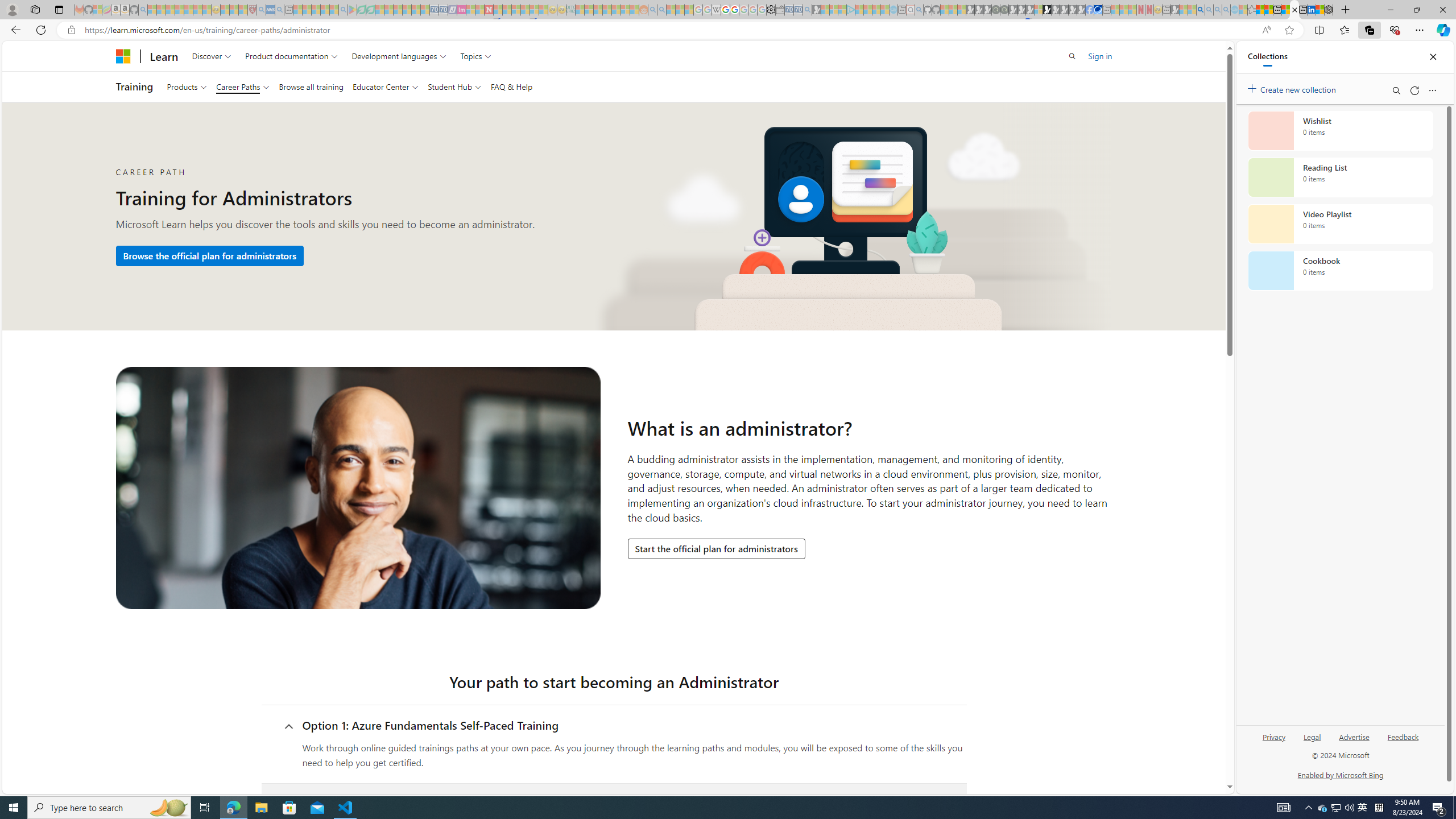  What do you see at coordinates (164, 55) in the screenshot?
I see `'Learn'` at bounding box center [164, 55].